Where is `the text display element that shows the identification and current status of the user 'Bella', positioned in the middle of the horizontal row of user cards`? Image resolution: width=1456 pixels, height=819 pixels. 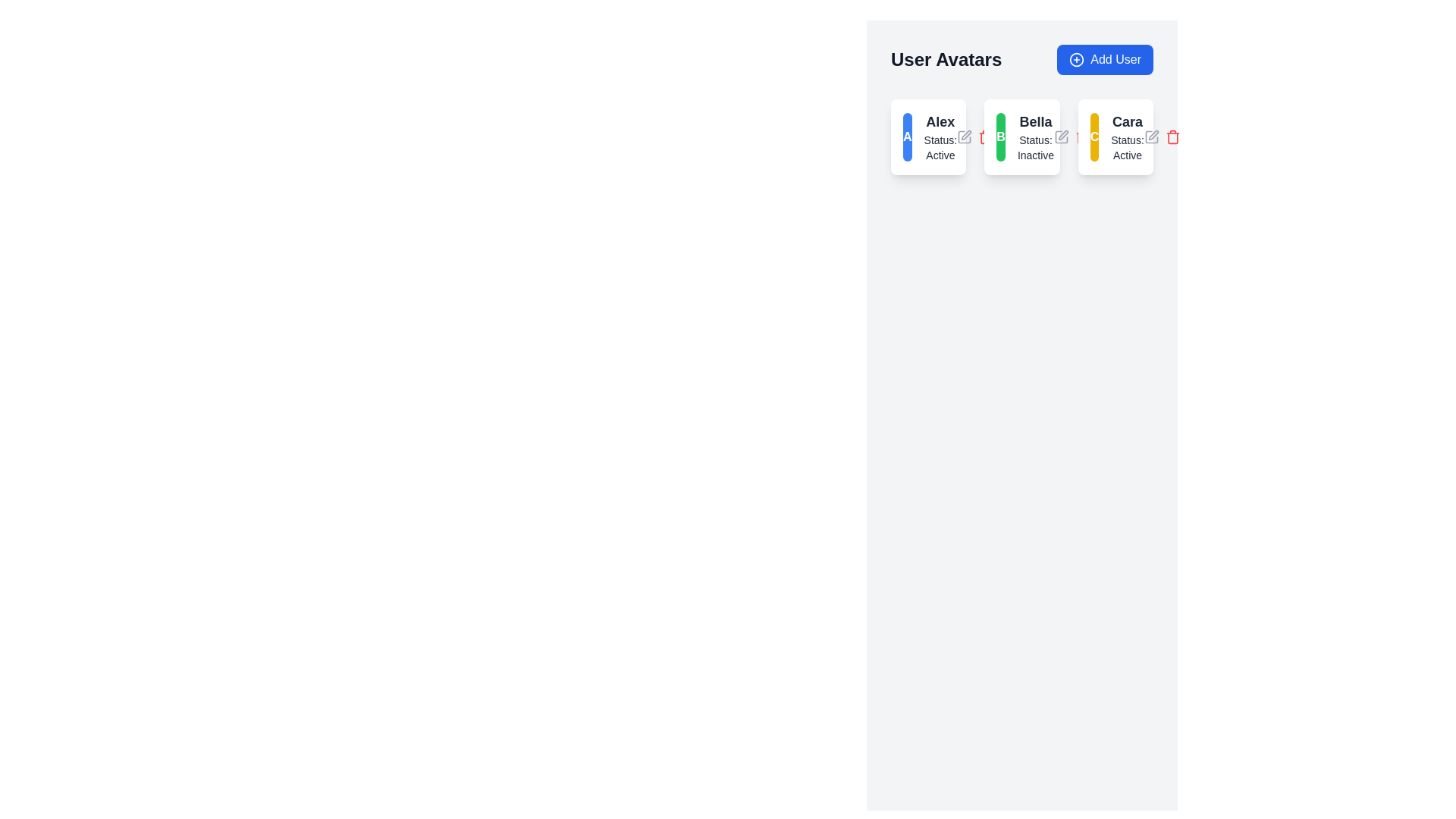
the text display element that shows the identification and current status of the user 'Bella', positioned in the middle of the horizontal row of user cards is located at coordinates (1035, 137).